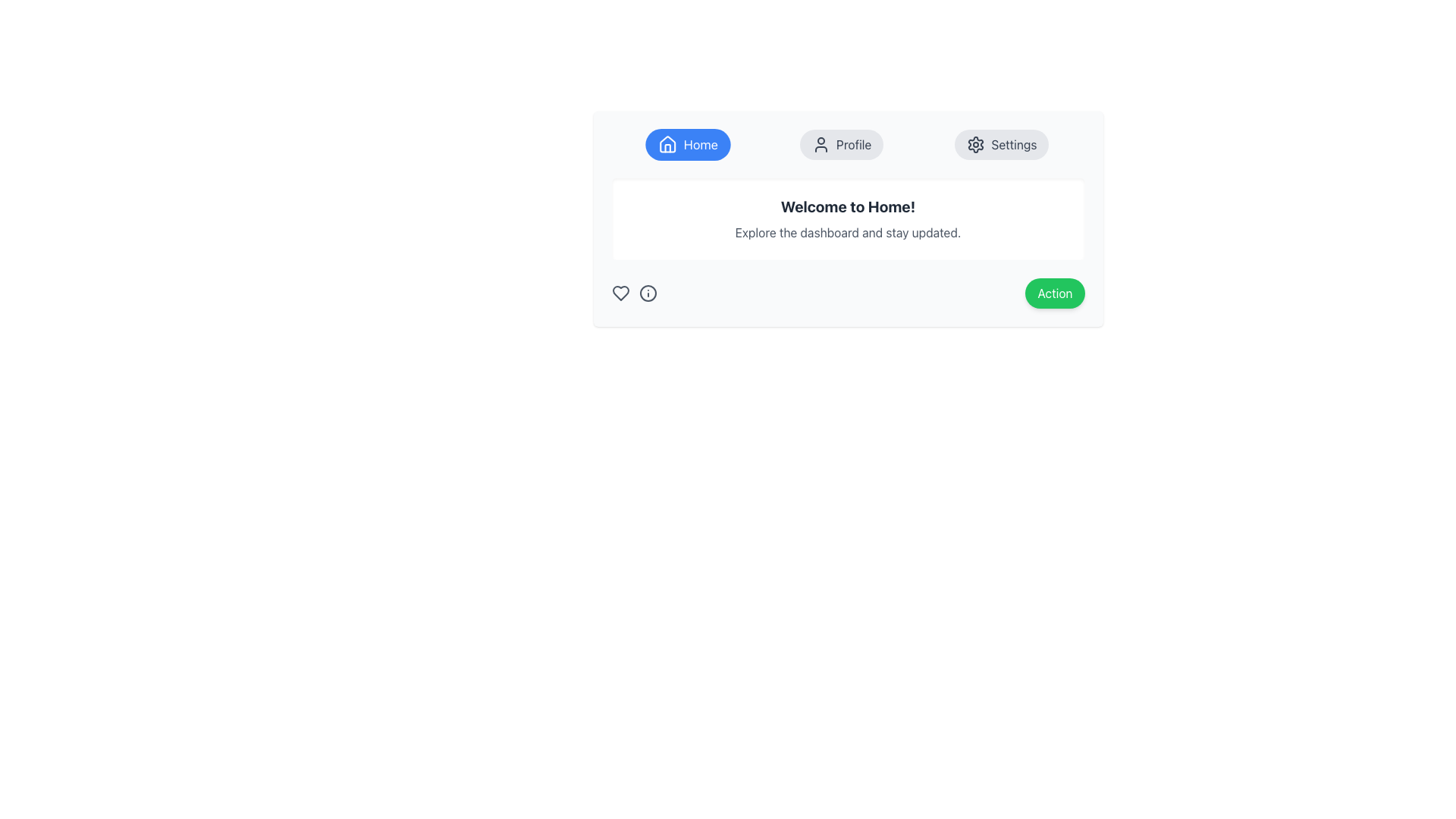  I want to click on the circular icon containing an 'i' symbol, which is dark gray and positioned between a heart-shaped icon and a green button labeled 'Action', so click(648, 293).